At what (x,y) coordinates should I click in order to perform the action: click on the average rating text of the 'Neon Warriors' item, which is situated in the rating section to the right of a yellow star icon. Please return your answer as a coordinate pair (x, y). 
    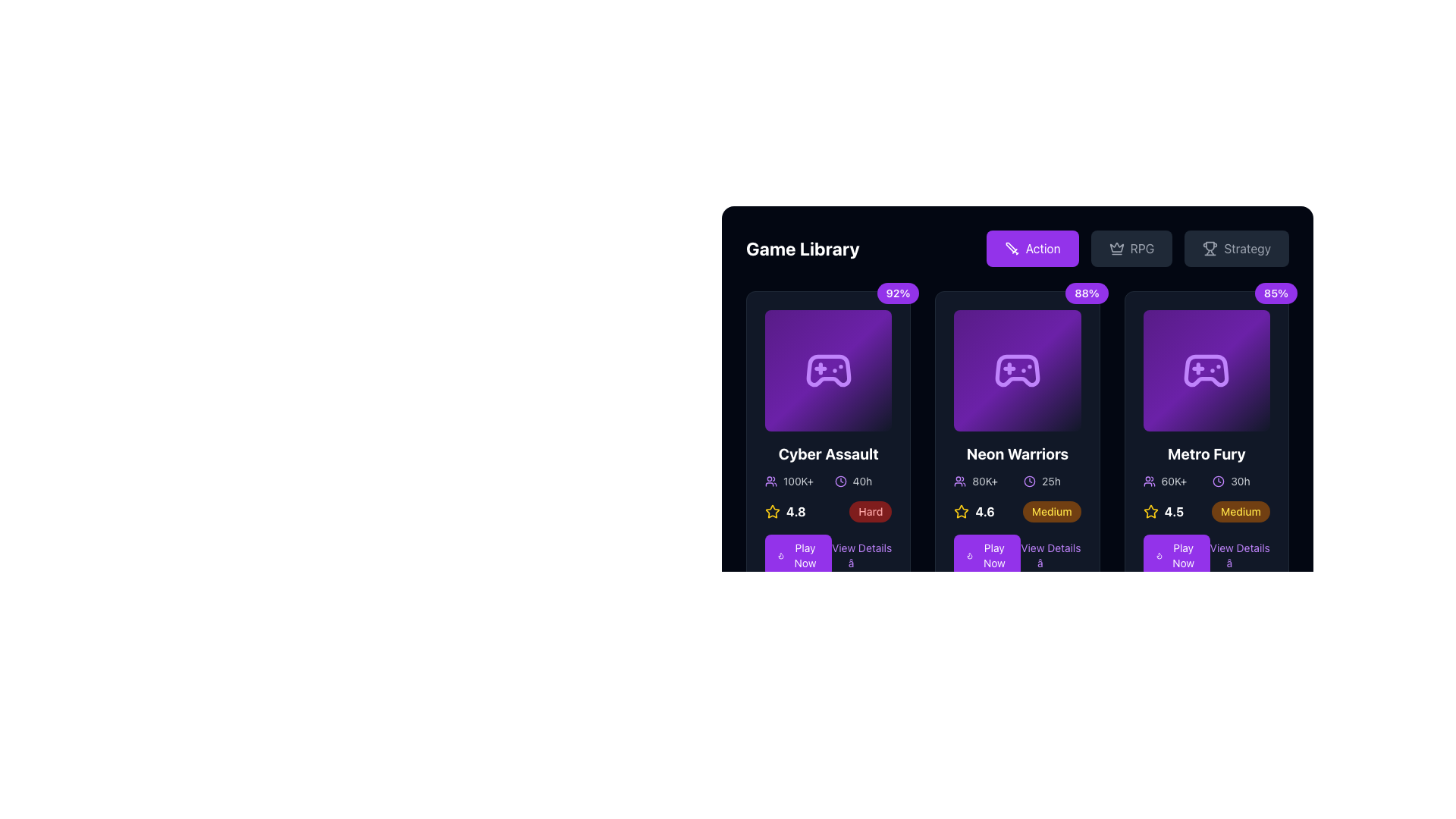
    Looking at the image, I should click on (985, 512).